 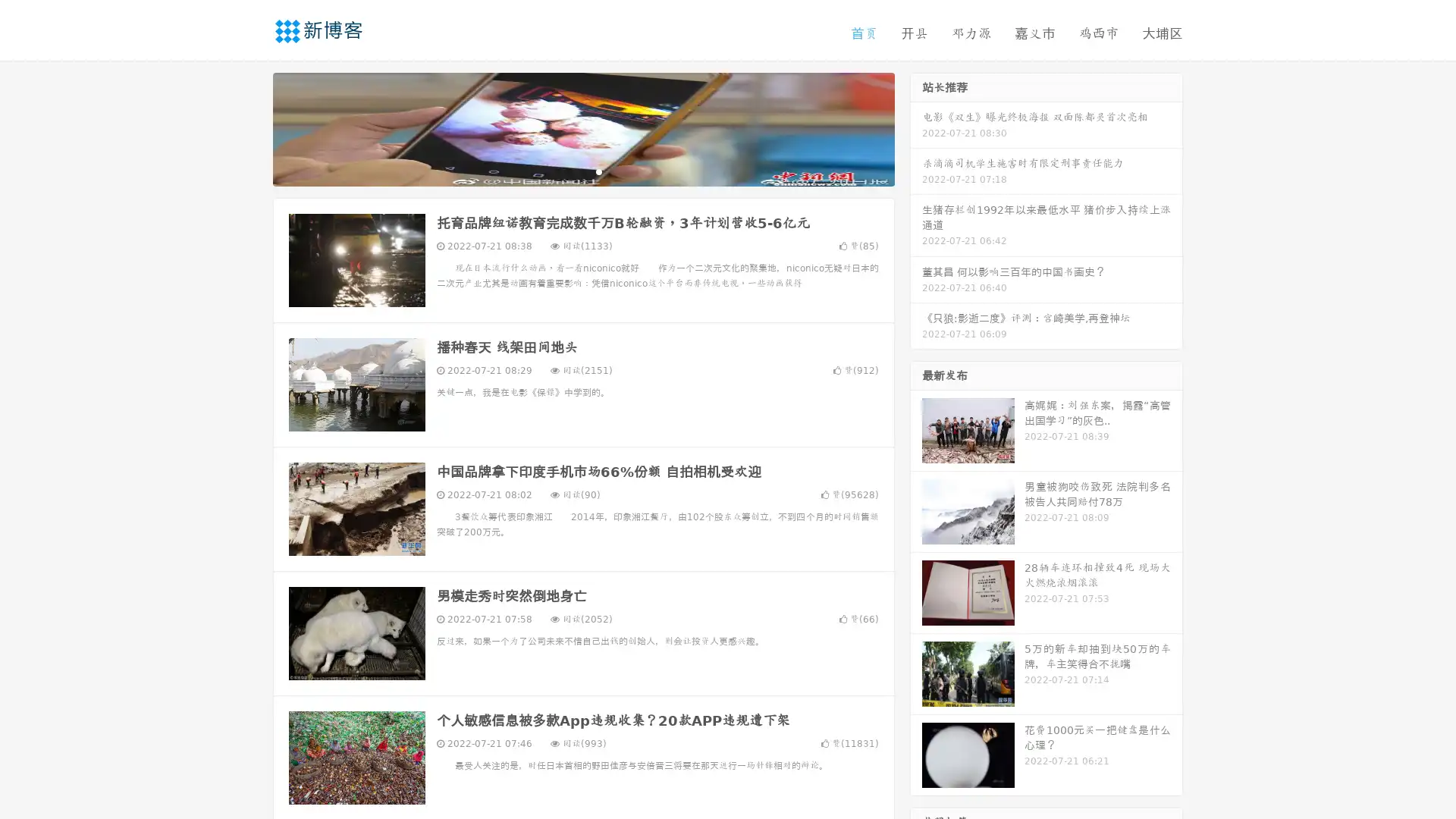 What do you see at coordinates (250, 127) in the screenshot?
I see `Previous slide` at bounding box center [250, 127].